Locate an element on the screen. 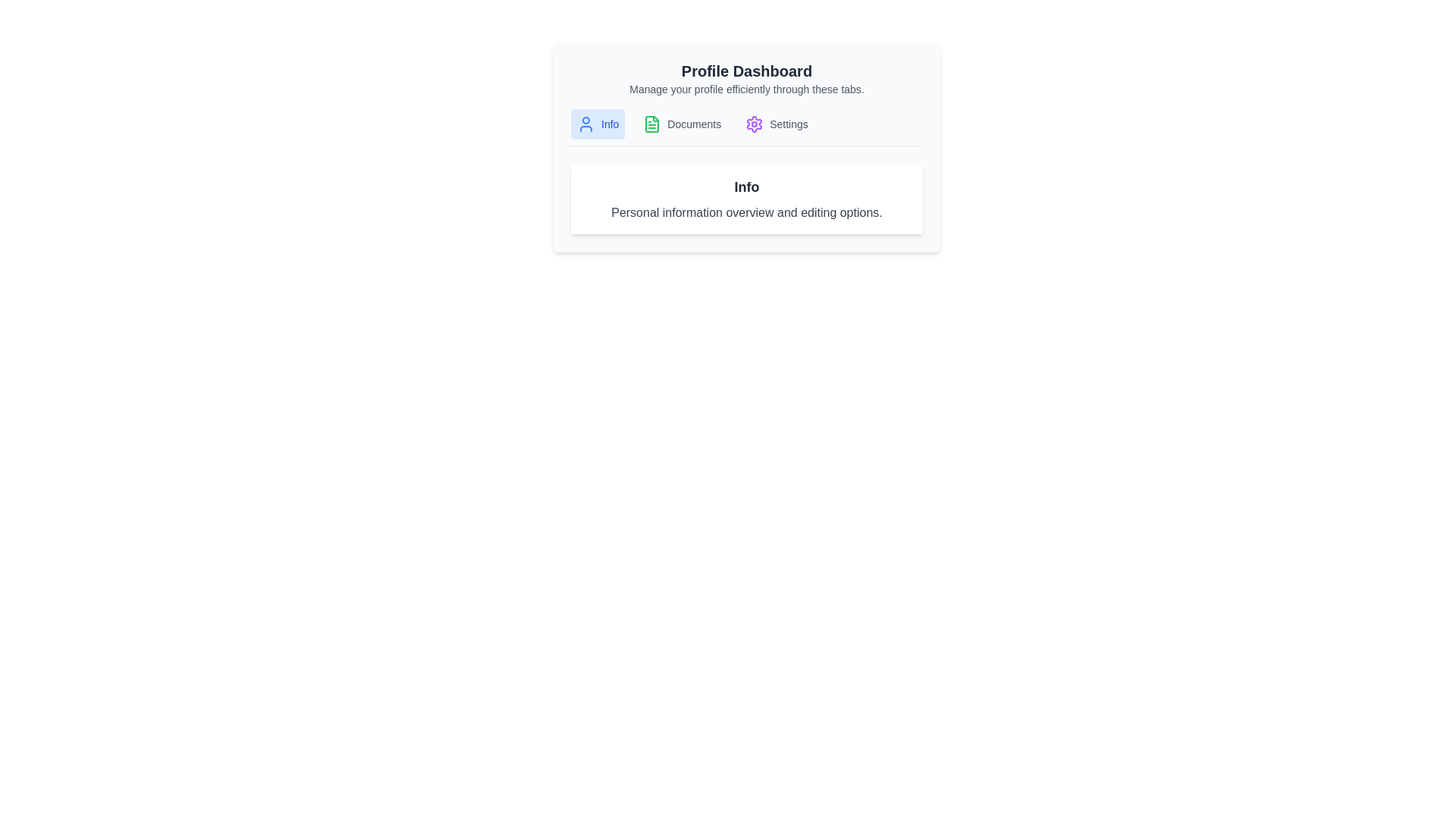  the Documents tab to observe its specific content is located at coordinates (680, 124).